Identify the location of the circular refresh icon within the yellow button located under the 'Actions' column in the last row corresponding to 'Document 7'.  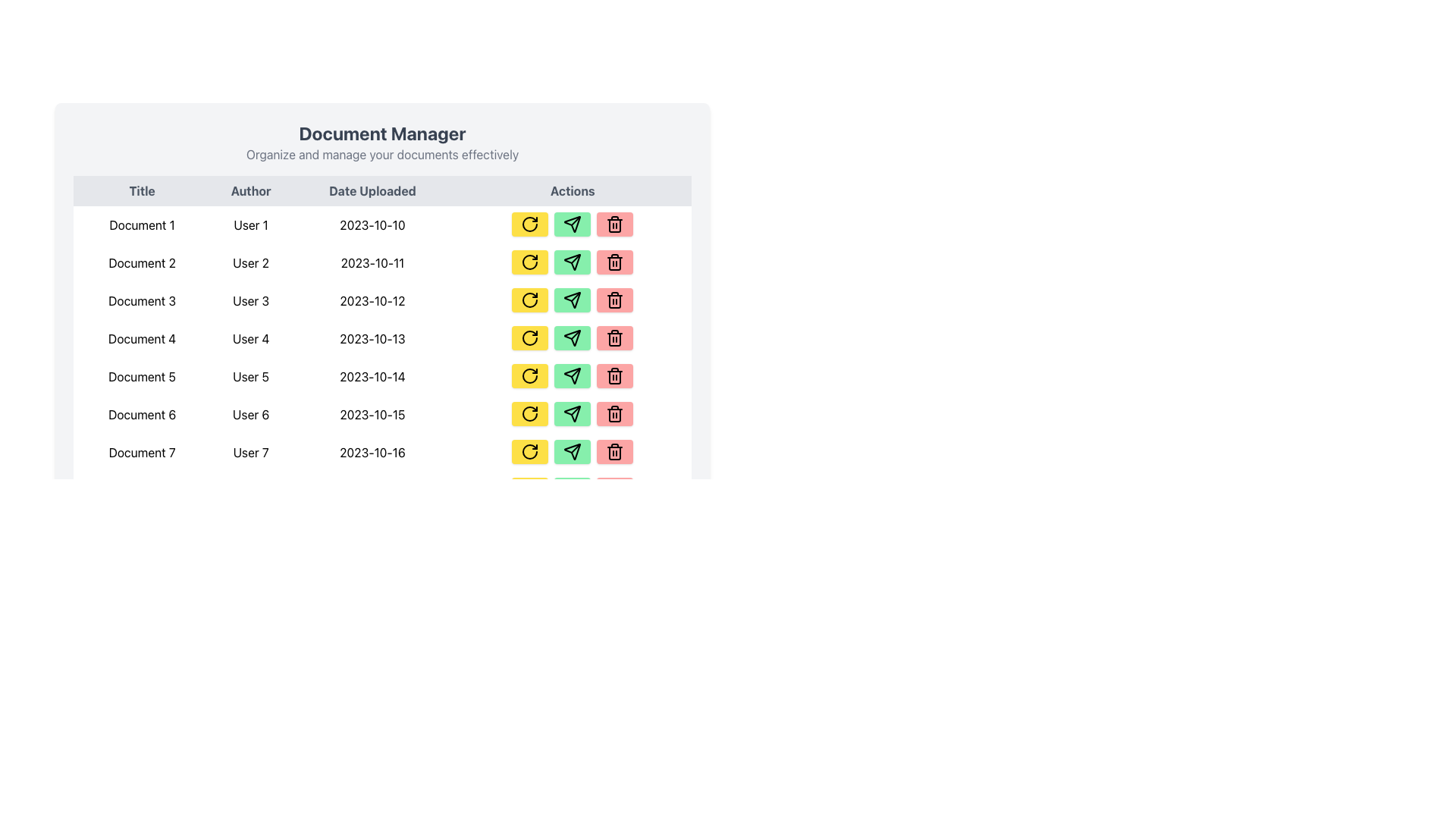
(530, 451).